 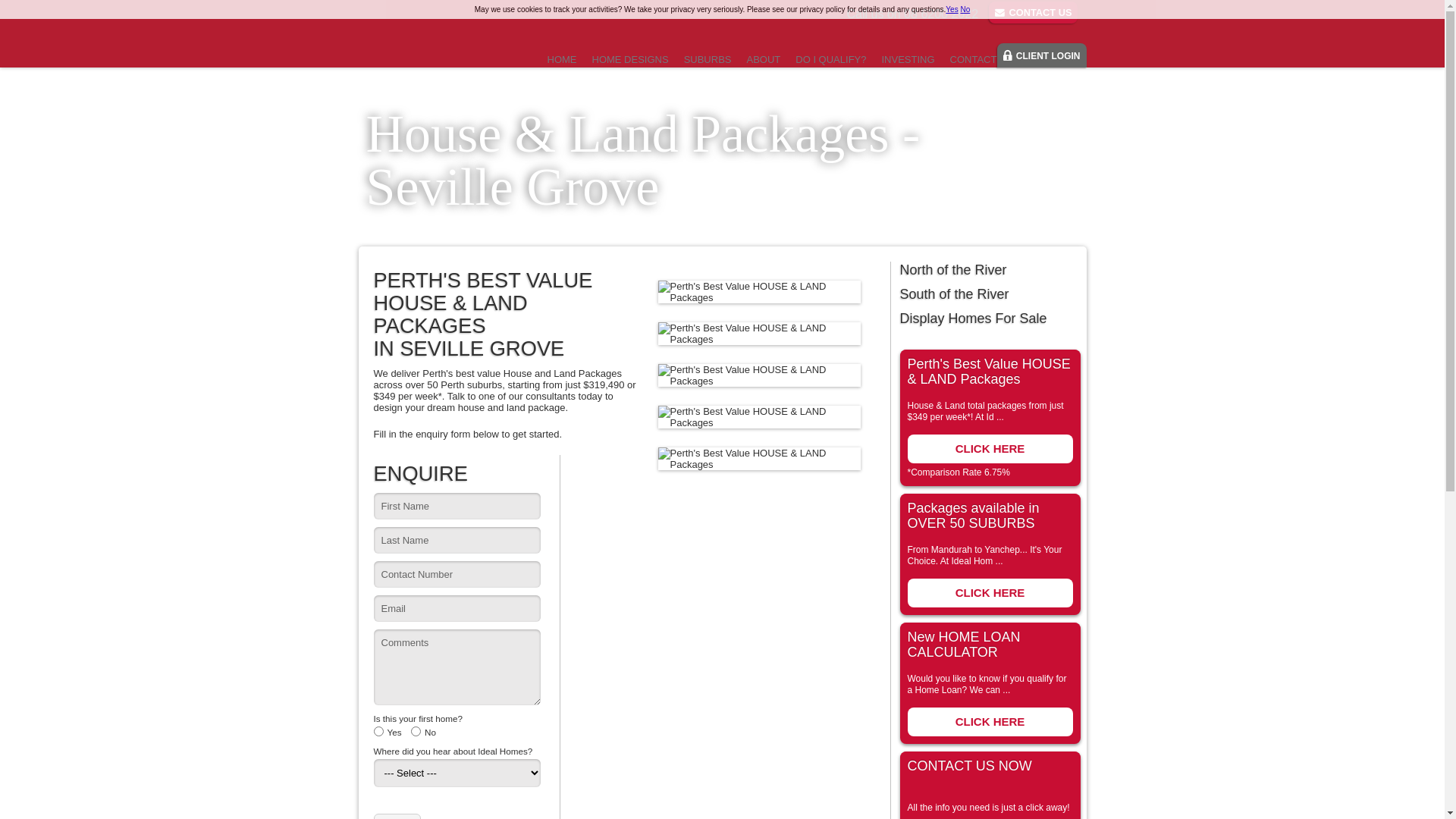 What do you see at coordinates (763, 58) in the screenshot?
I see `'ABOUT'` at bounding box center [763, 58].